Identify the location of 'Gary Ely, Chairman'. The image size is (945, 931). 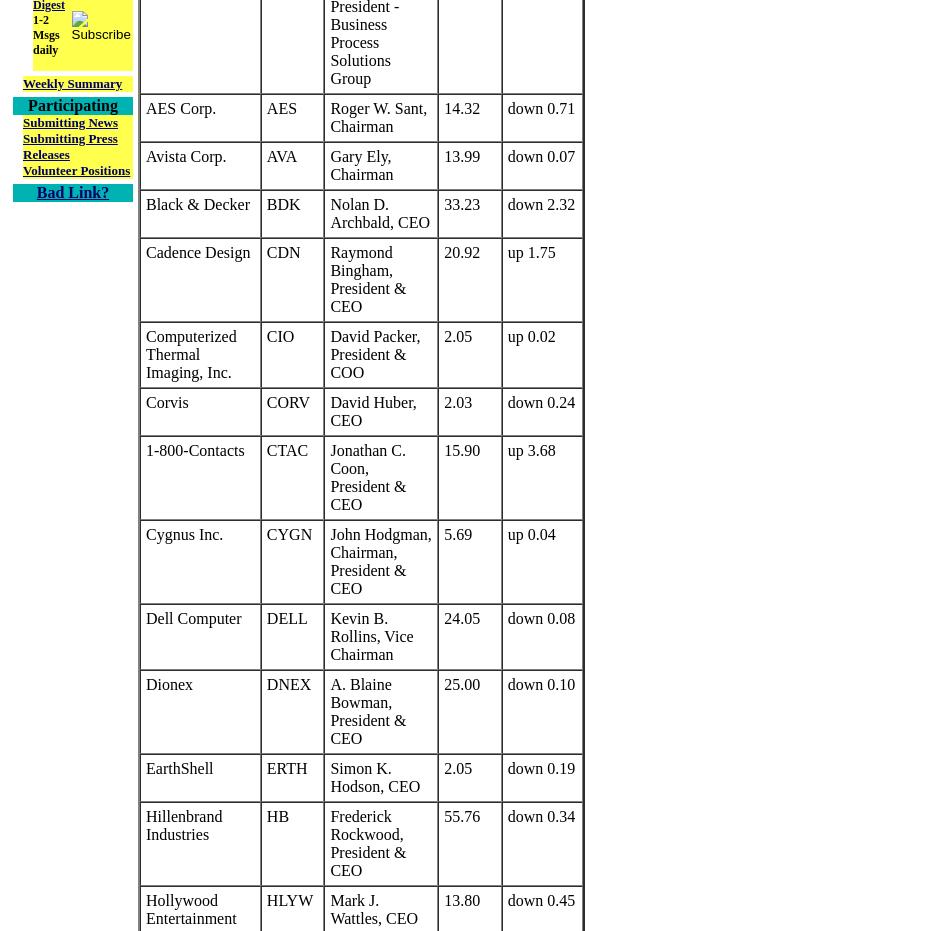
(329, 164).